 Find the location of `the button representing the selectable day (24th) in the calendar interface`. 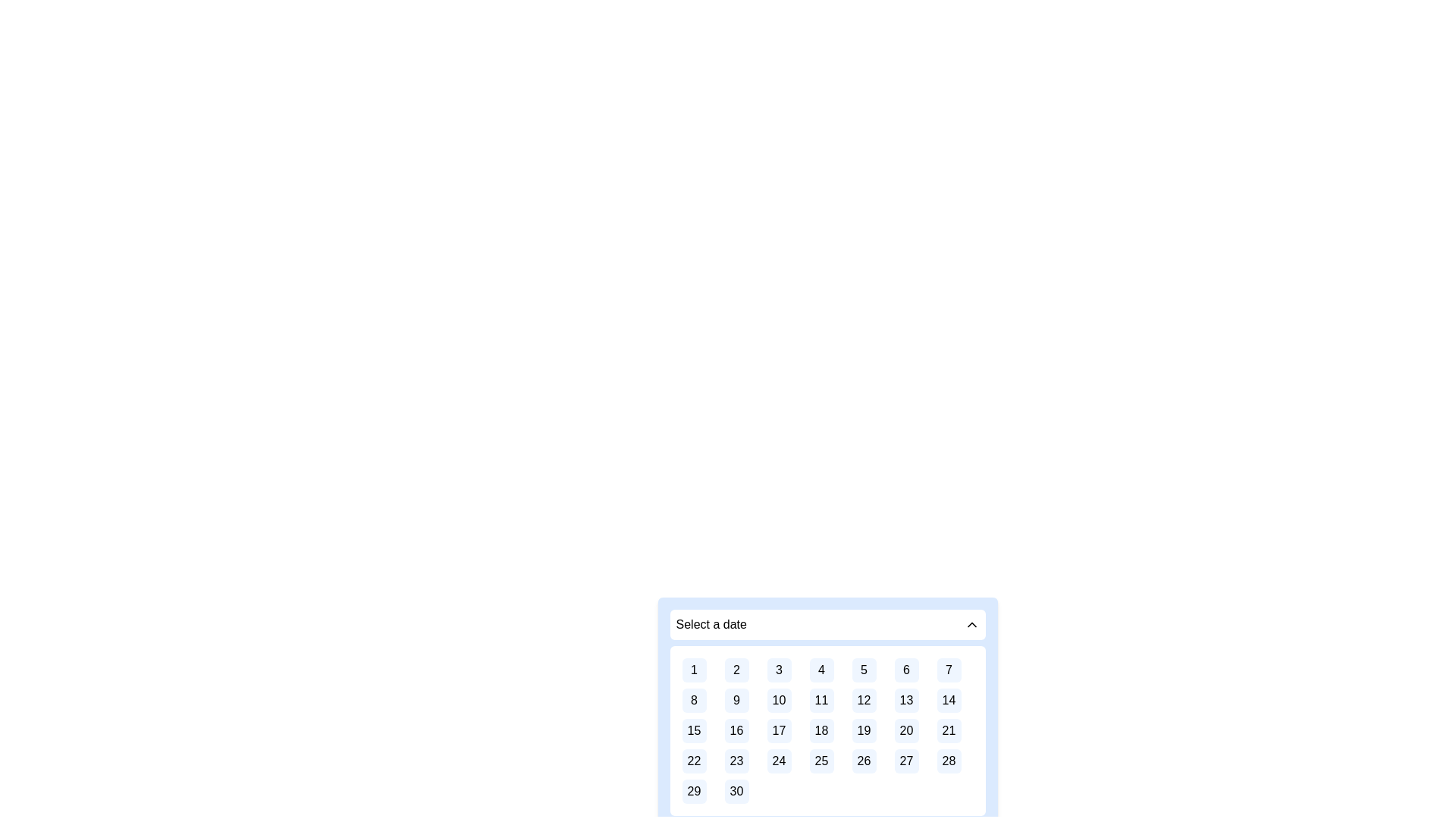

the button representing the selectable day (24th) in the calendar interface is located at coordinates (779, 761).